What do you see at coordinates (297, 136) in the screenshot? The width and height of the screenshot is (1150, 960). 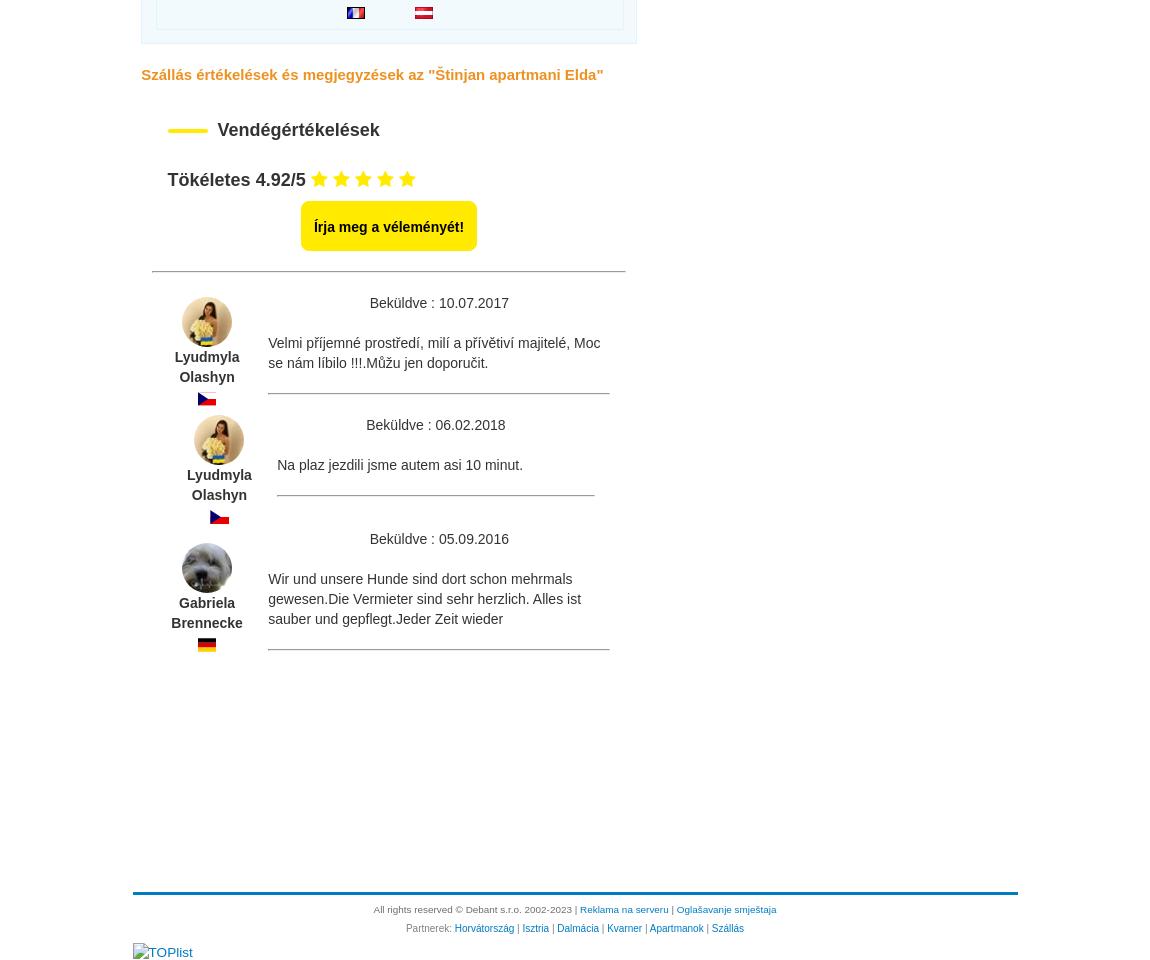 I see `'200 m'` at bounding box center [297, 136].